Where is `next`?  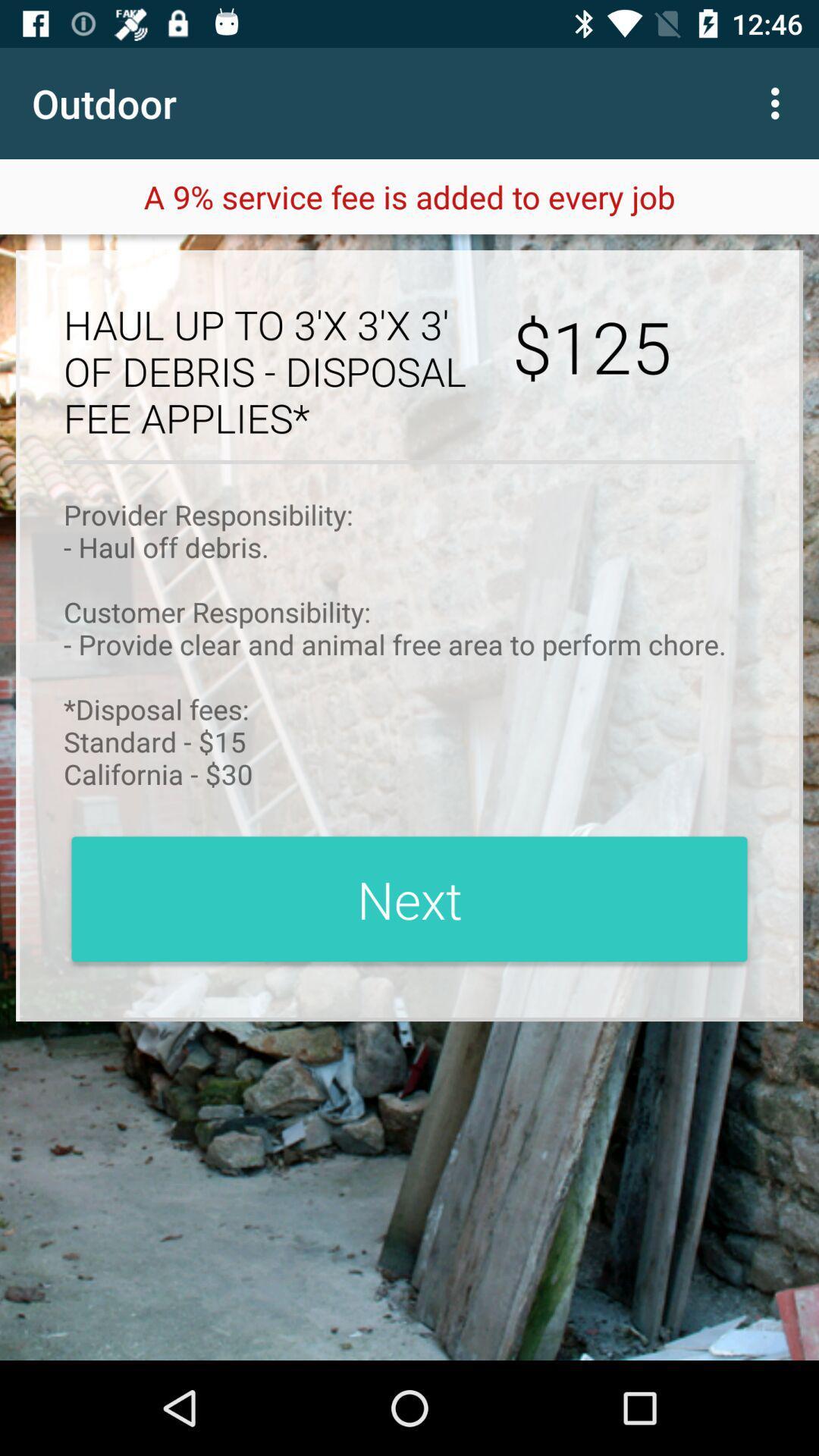
next is located at coordinates (409, 899).